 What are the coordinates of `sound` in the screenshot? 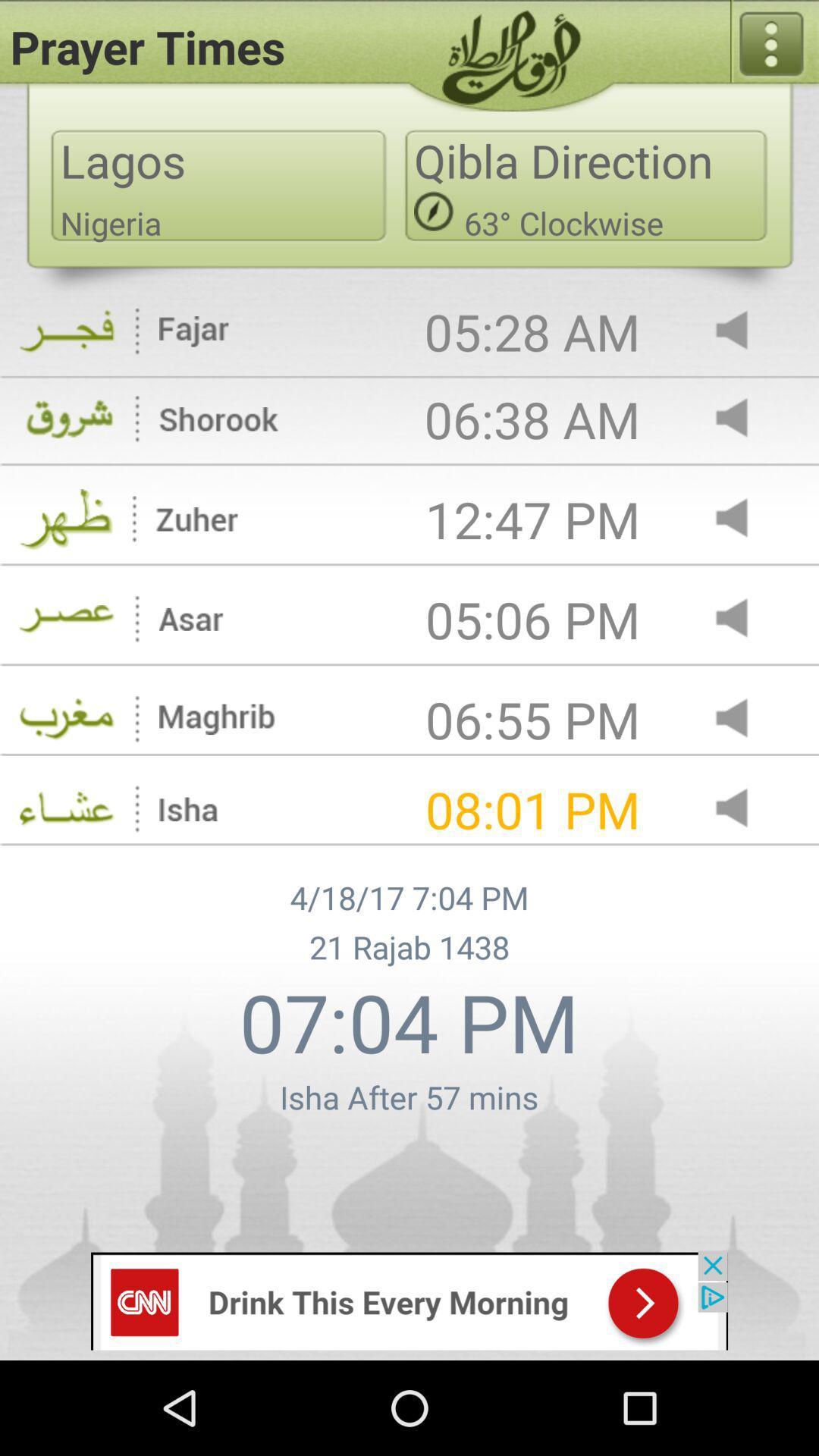 It's located at (744, 620).